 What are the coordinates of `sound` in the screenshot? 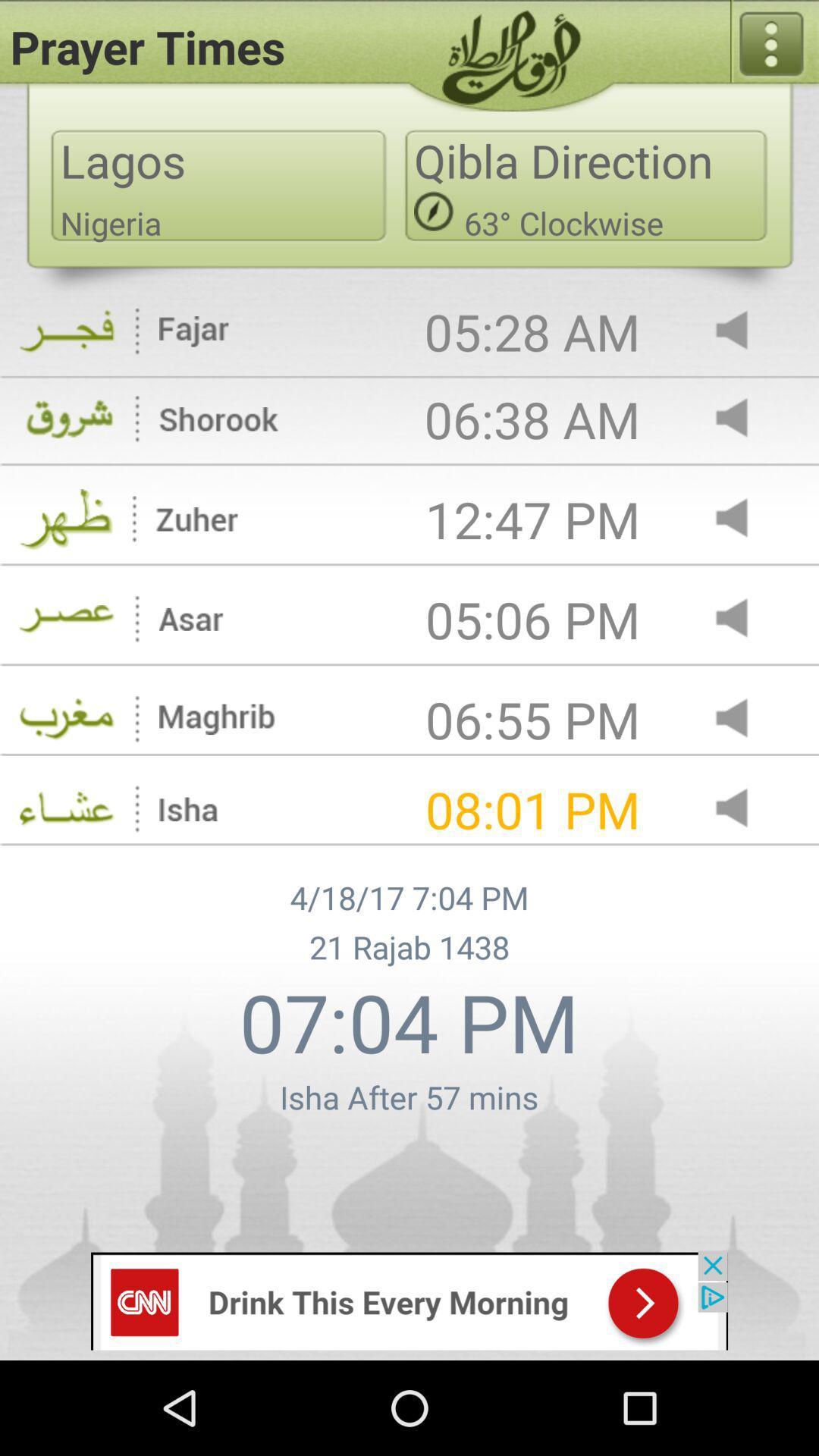 It's located at (744, 620).